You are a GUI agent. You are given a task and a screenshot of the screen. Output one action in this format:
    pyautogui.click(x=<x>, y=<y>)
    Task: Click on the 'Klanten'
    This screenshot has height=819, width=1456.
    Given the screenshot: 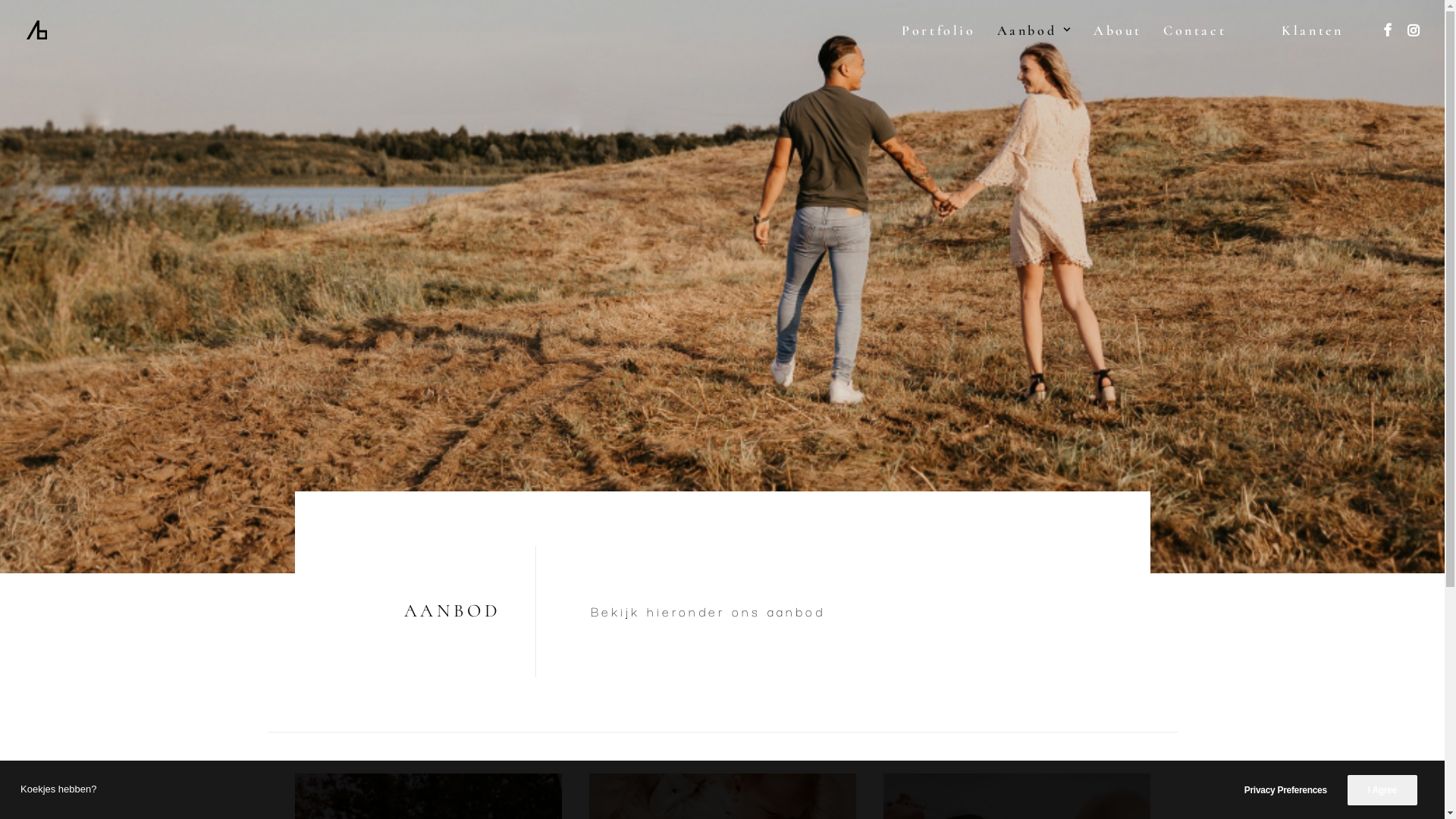 What is the action you would take?
    pyautogui.click(x=1314, y=30)
    